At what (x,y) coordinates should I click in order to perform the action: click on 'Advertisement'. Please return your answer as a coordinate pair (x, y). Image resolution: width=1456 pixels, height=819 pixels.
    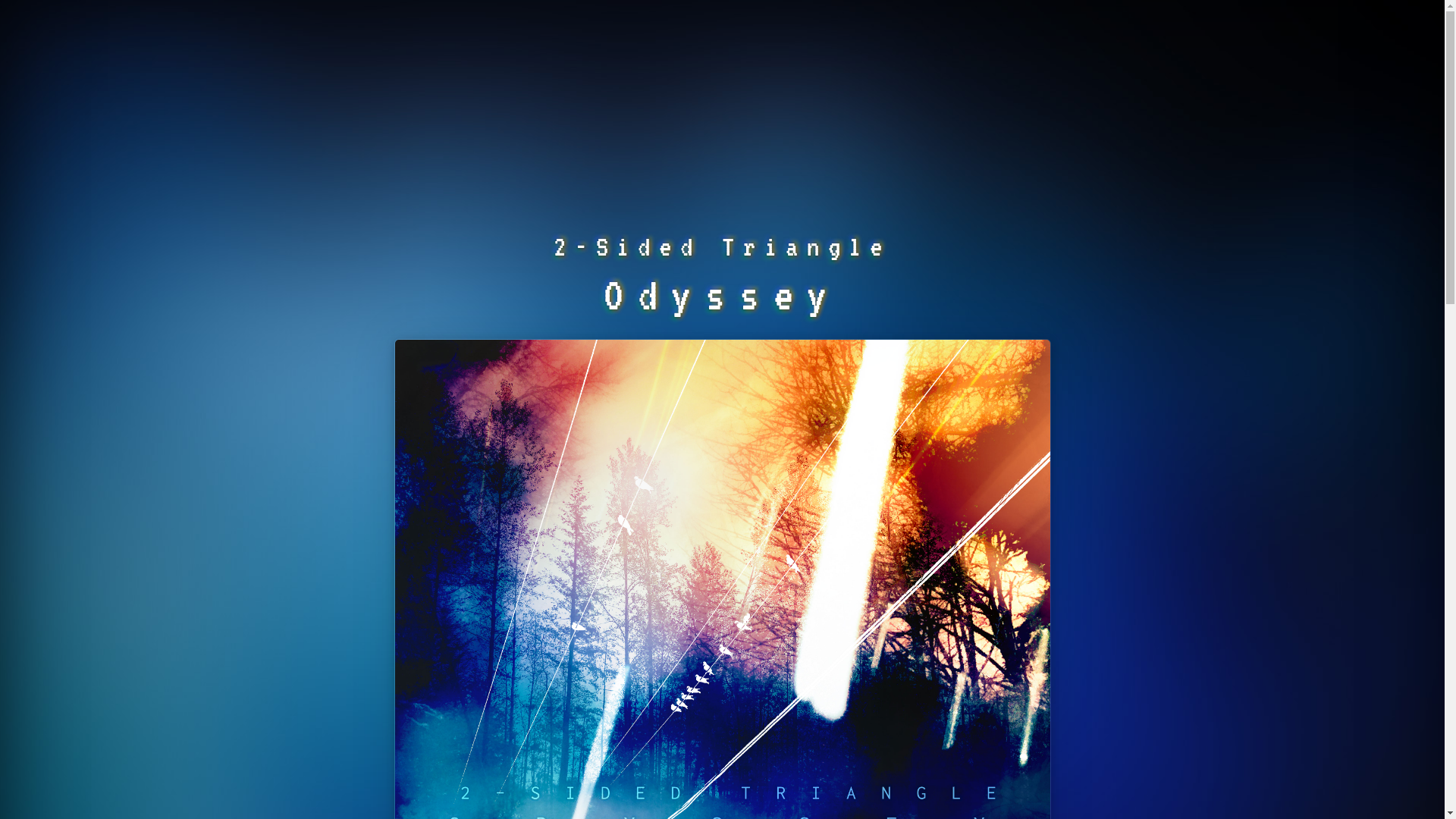
    Looking at the image, I should click on (720, 105).